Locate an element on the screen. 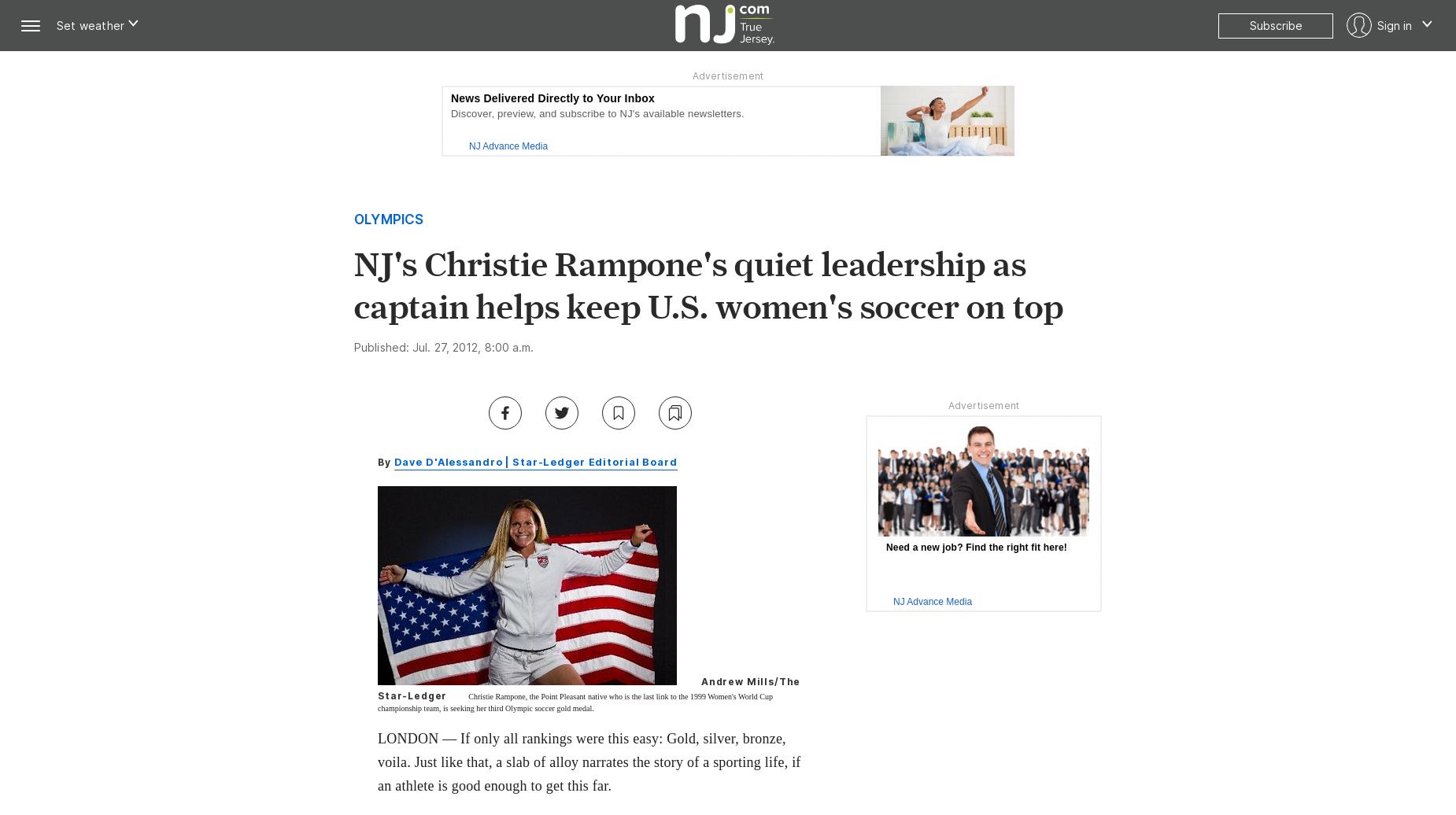 Image resolution: width=1456 pixels, height=815 pixels. 'NJ's Christie Rampone's quiet leadership as captain helps keep U.S. women's soccer on top' is located at coordinates (708, 284).